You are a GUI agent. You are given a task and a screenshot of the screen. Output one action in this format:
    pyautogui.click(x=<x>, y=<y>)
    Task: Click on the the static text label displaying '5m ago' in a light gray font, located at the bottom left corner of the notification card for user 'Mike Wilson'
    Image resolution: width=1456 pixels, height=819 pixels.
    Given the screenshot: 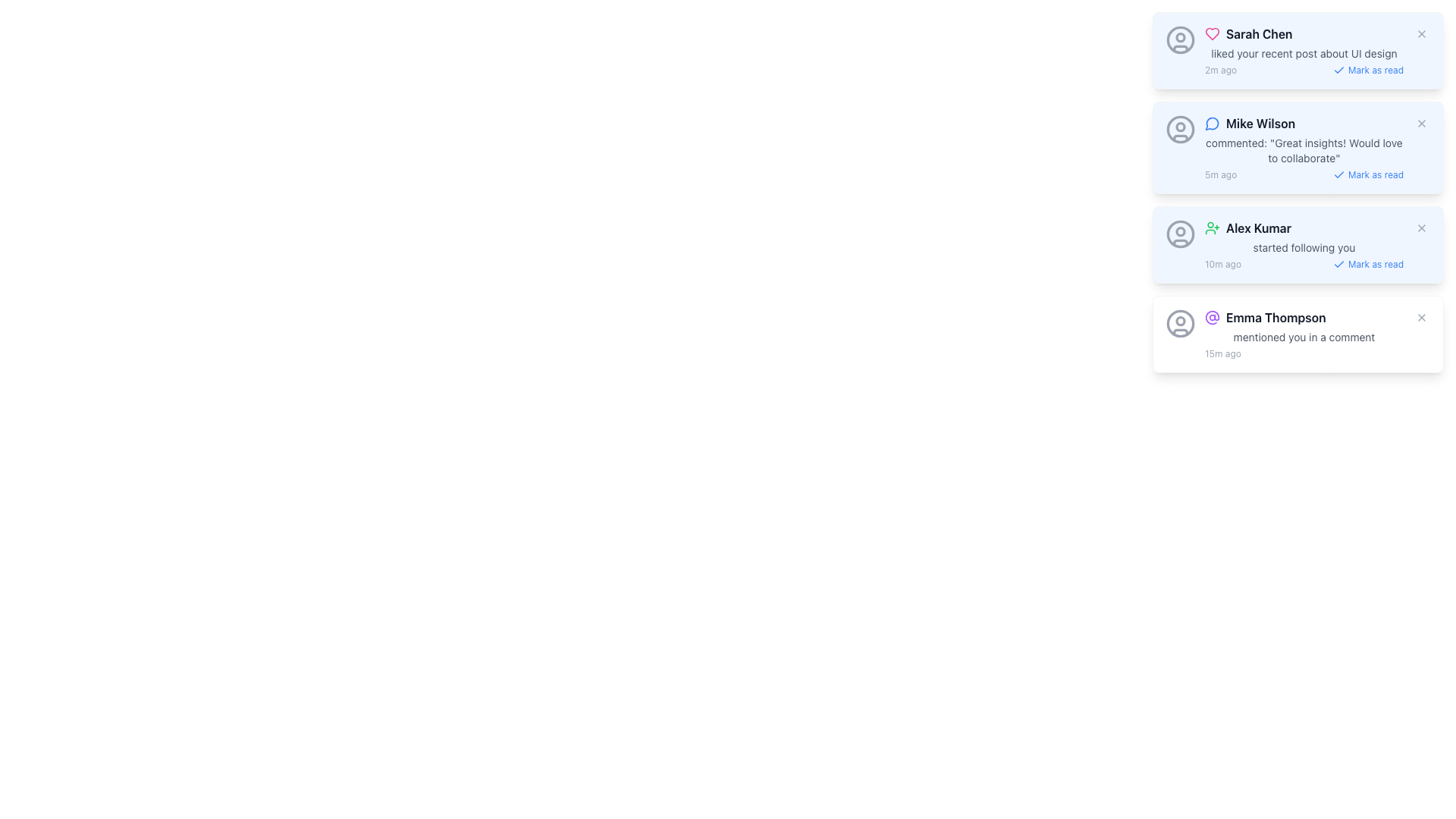 What is the action you would take?
    pyautogui.click(x=1221, y=174)
    